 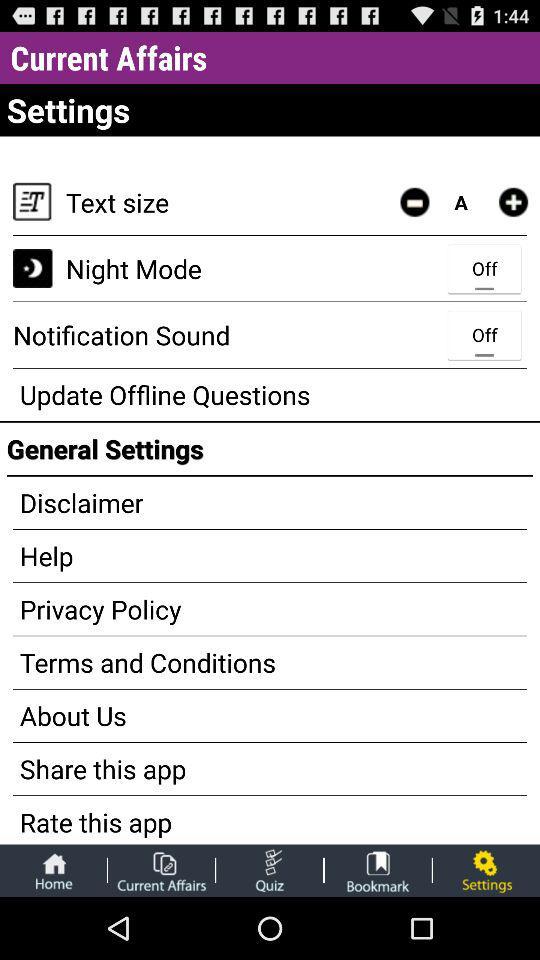 What do you see at coordinates (513, 202) in the screenshot?
I see `icon below the settings item` at bounding box center [513, 202].